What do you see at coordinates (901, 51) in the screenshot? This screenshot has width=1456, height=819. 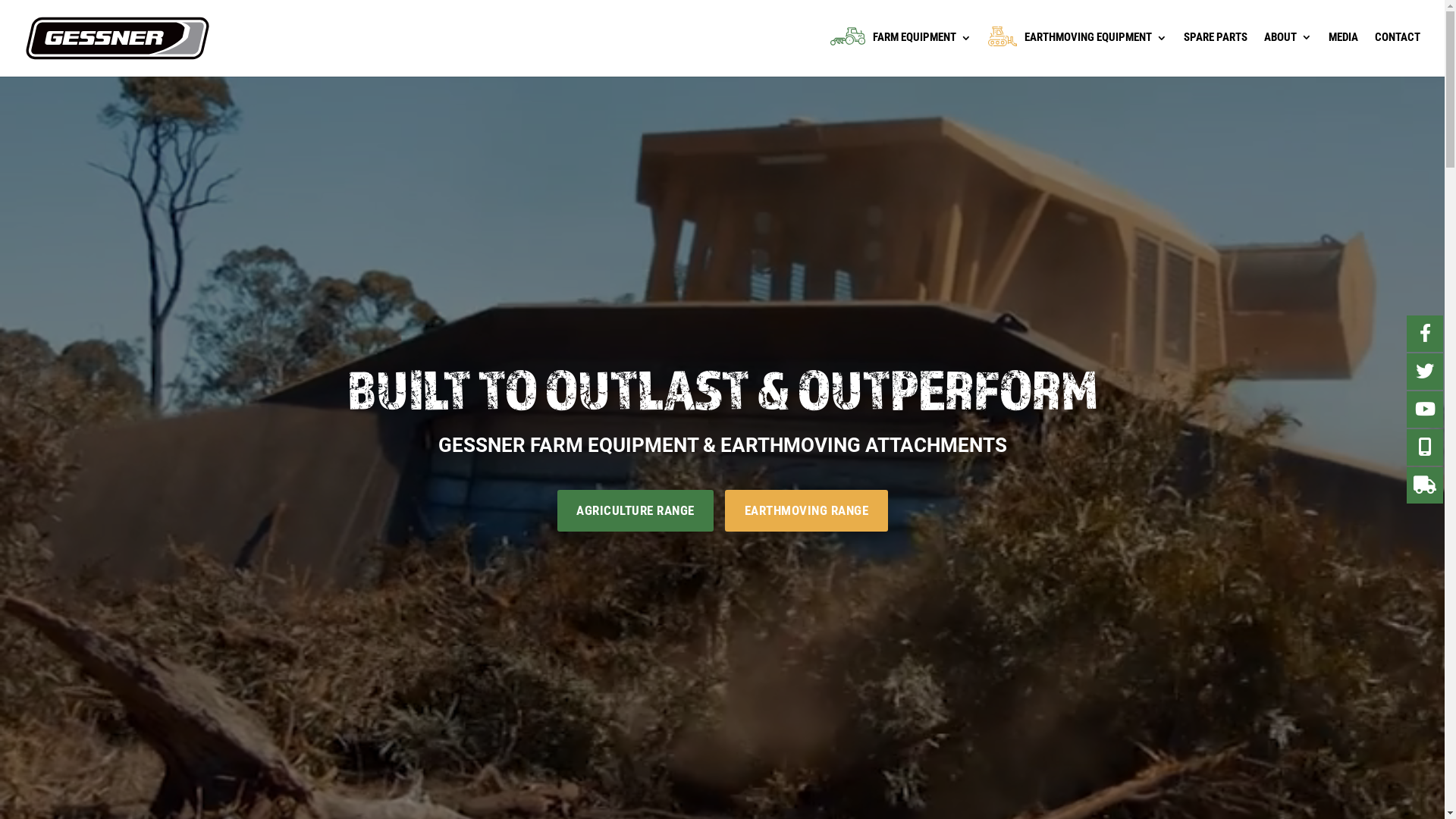 I see `'FARM EQUIPMENT'` at bounding box center [901, 51].